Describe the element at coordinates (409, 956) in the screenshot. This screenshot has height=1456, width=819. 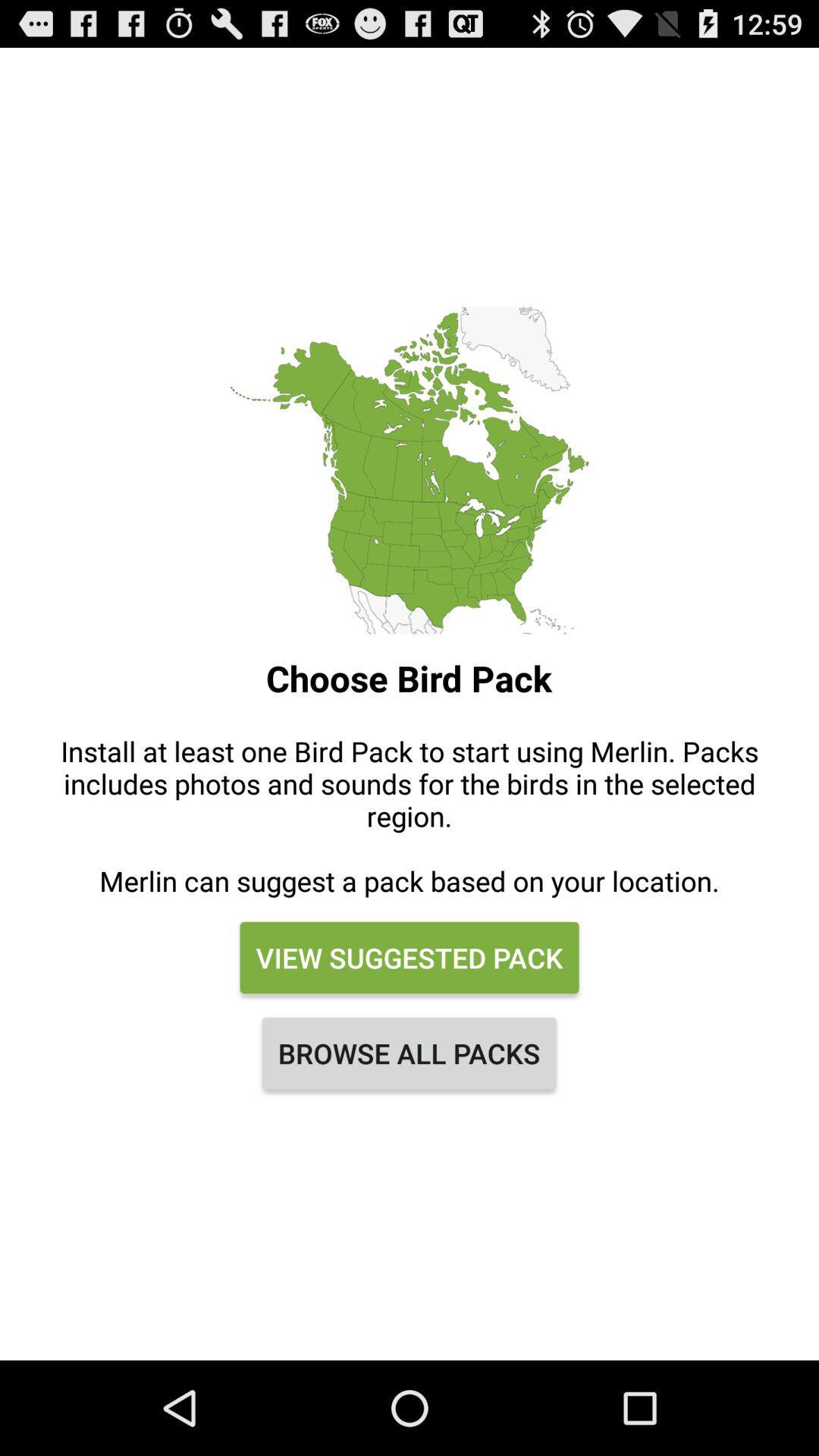
I see `the view suggested pack` at that location.